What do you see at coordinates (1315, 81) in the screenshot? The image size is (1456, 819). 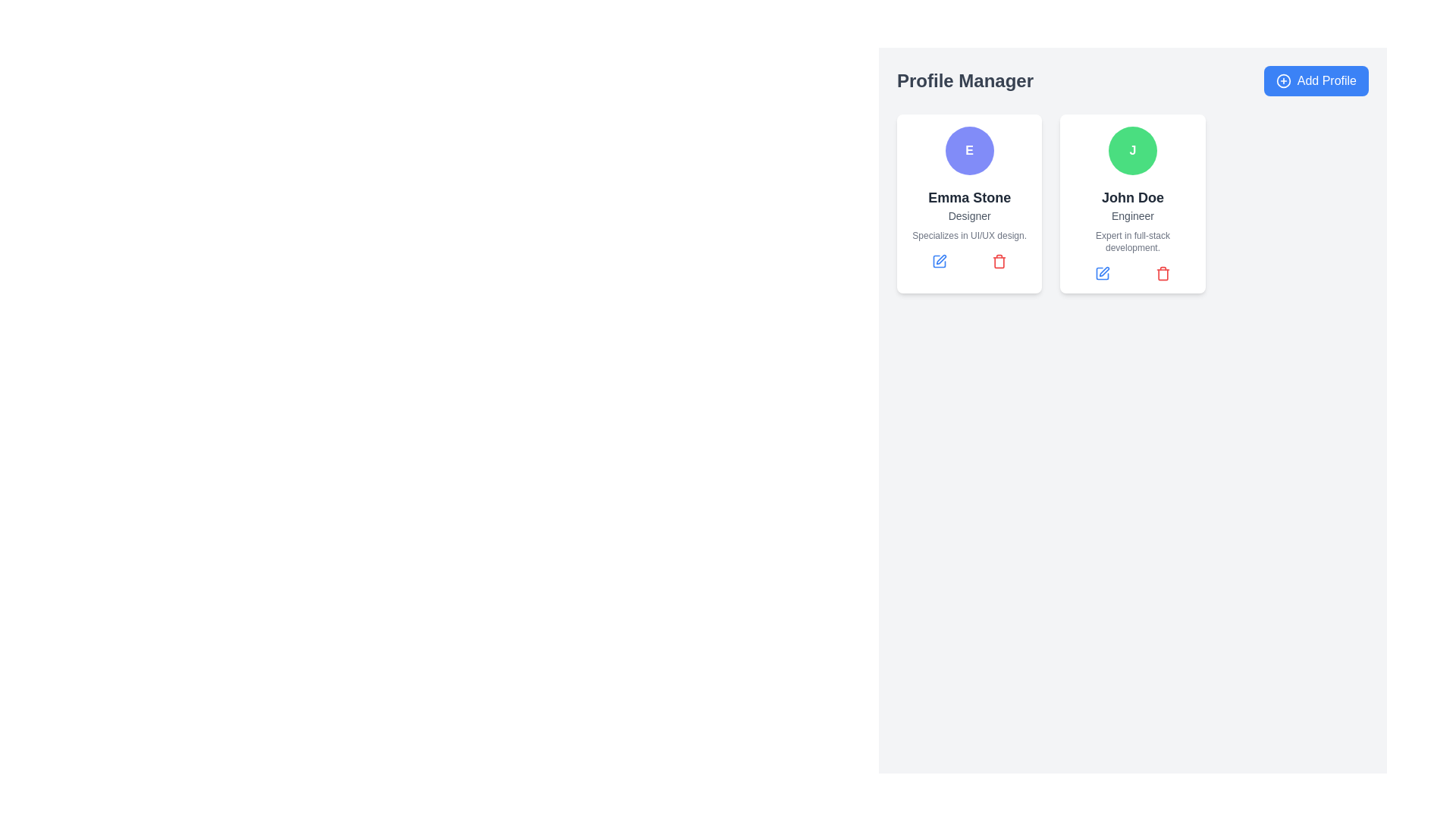 I see `the blue button labeled 'Add Profile' with rounded corners` at bounding box center [1315, 81].